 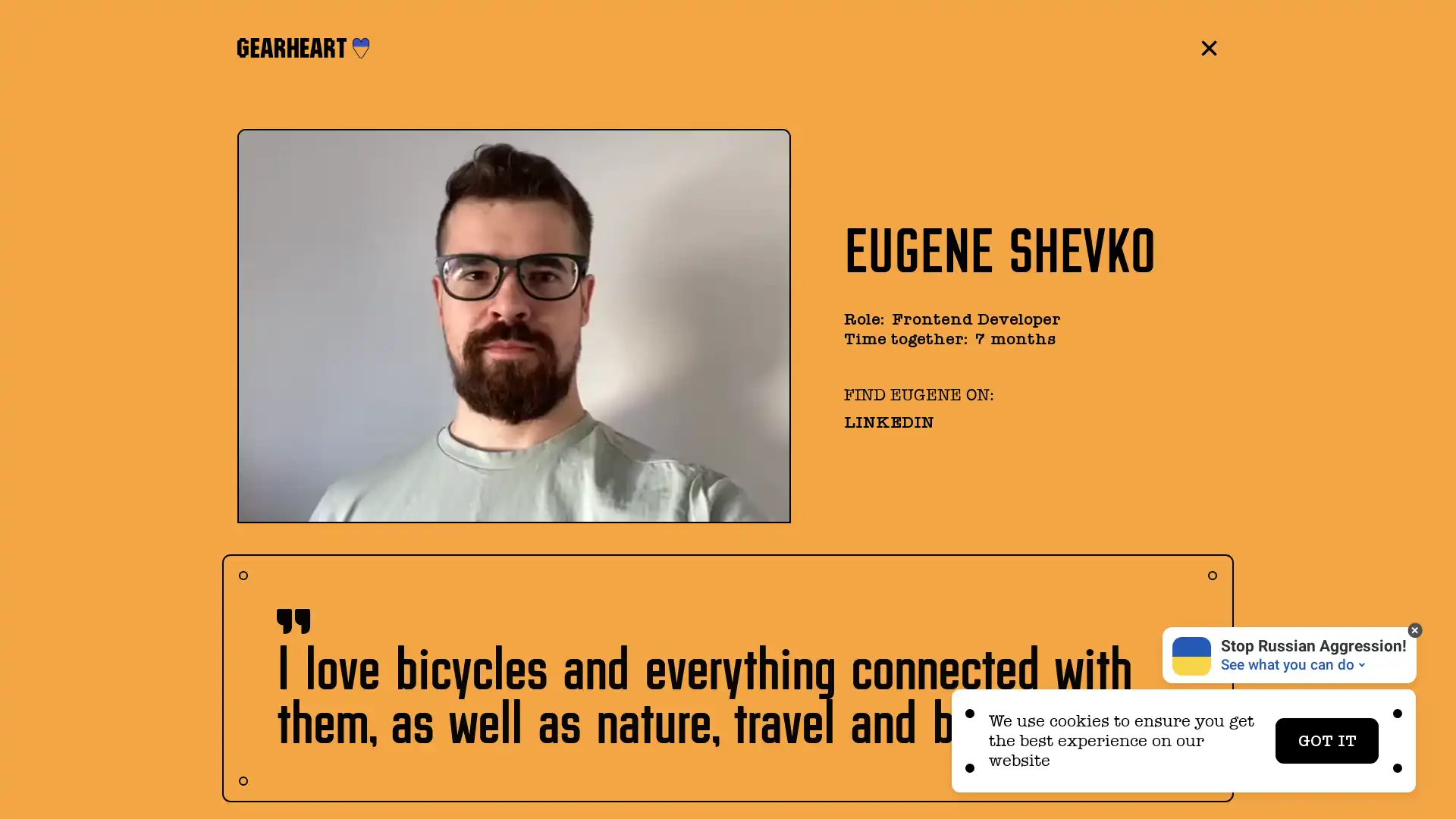 What do you see at coordinates (1326, 739) in the screenshot?
I see `GOT IT` at bounding box center [1326, 739].